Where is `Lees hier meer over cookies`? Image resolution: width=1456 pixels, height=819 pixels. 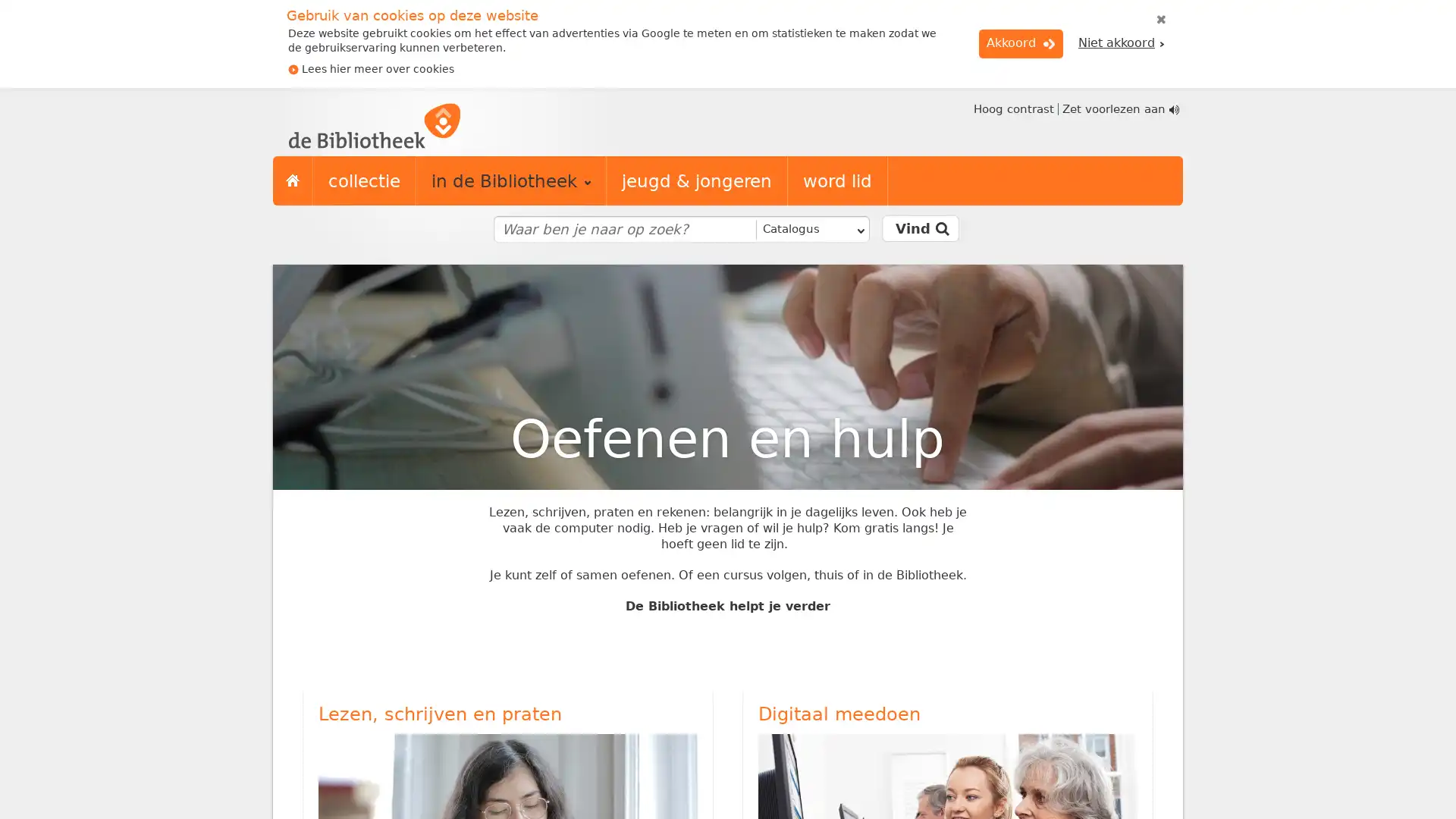 Lees hier meer over cookies is located at coordinates (371, 69).